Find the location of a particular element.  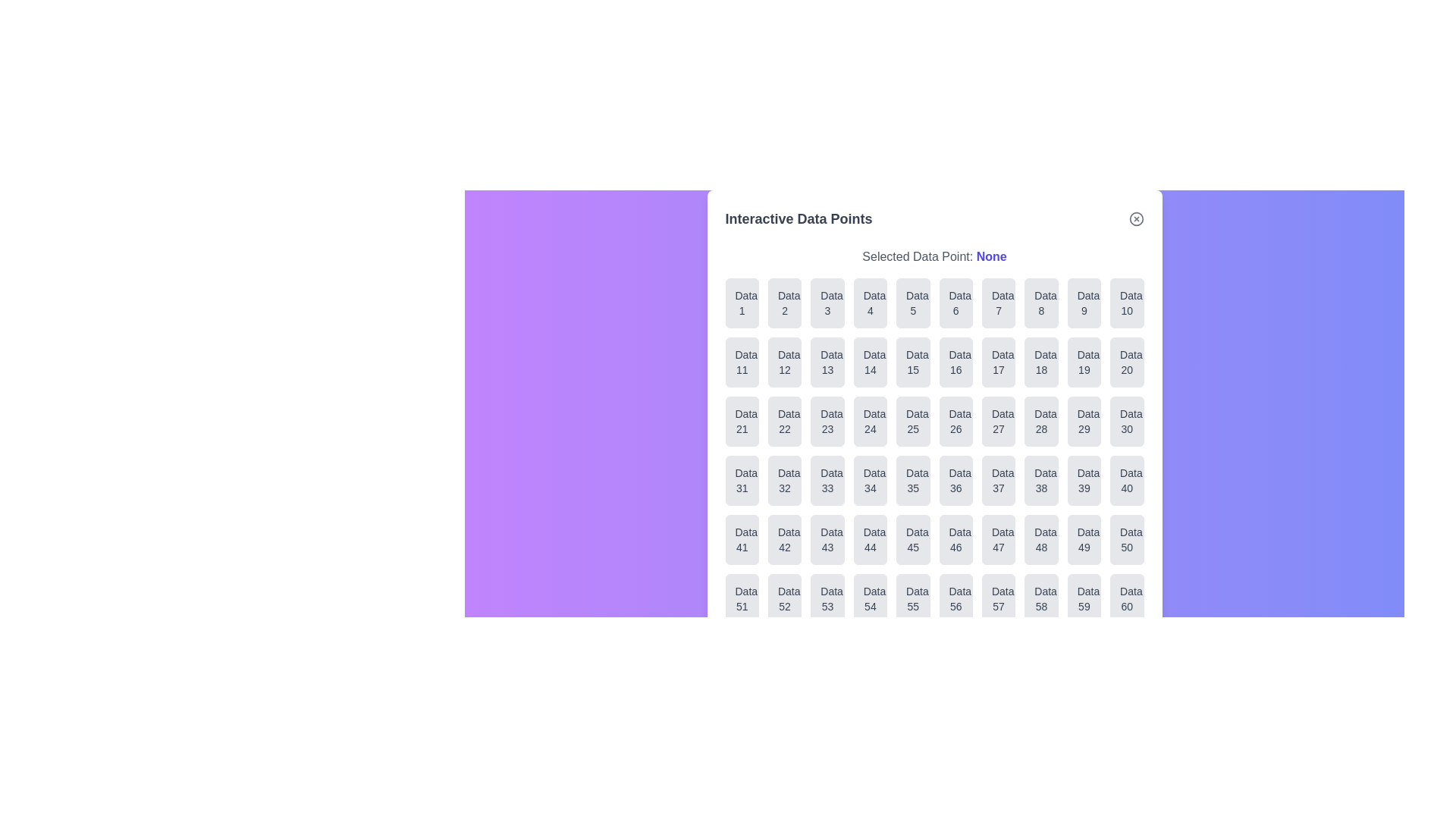

the close button to close the modal is located at coordinates (1136, 219).